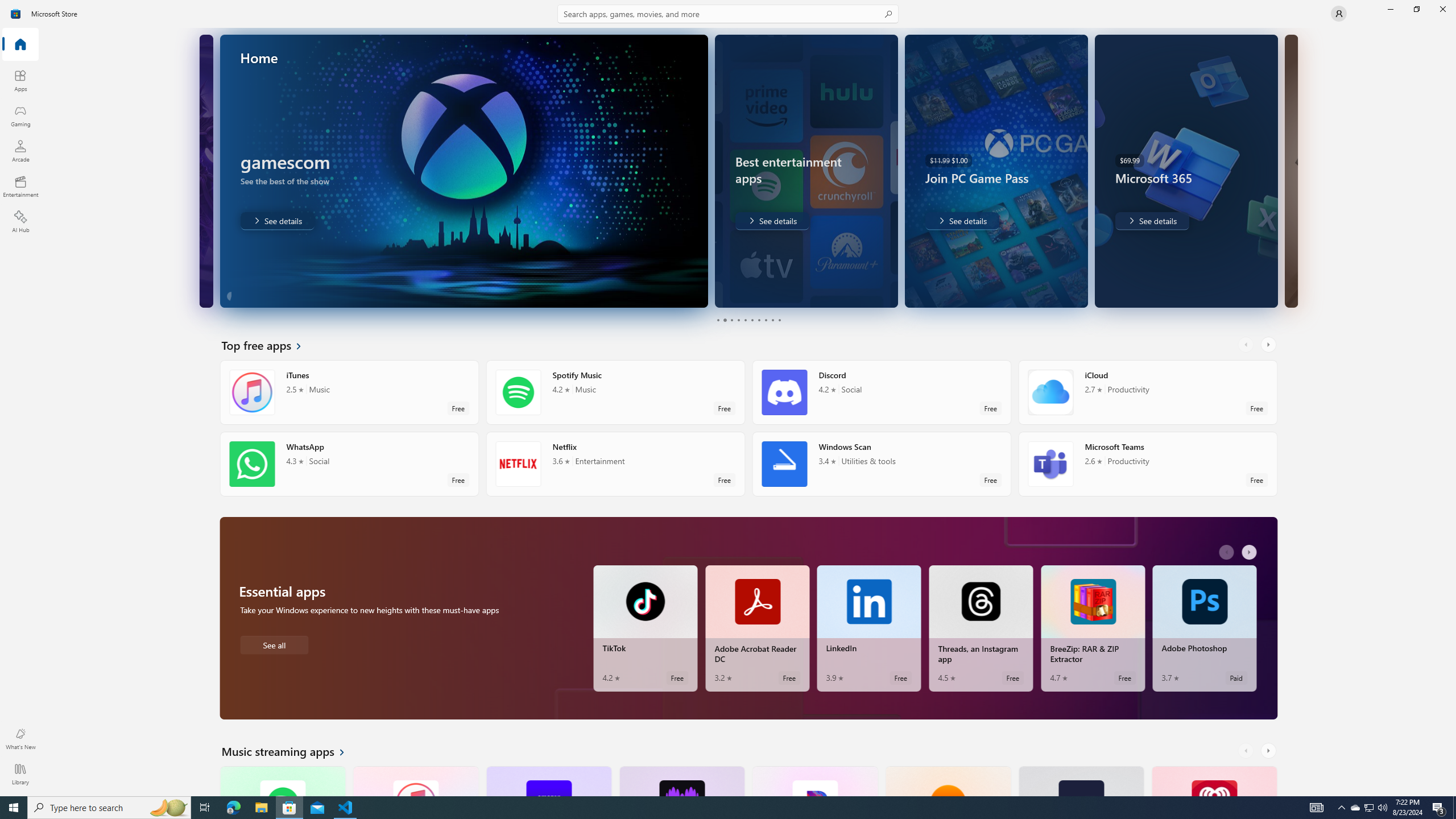 This screenshot has height=819, width=1456. What do you see at coordinates (765, 320) in the screenshot?
I see `'Page 8'` at bounding box center [765, 320].